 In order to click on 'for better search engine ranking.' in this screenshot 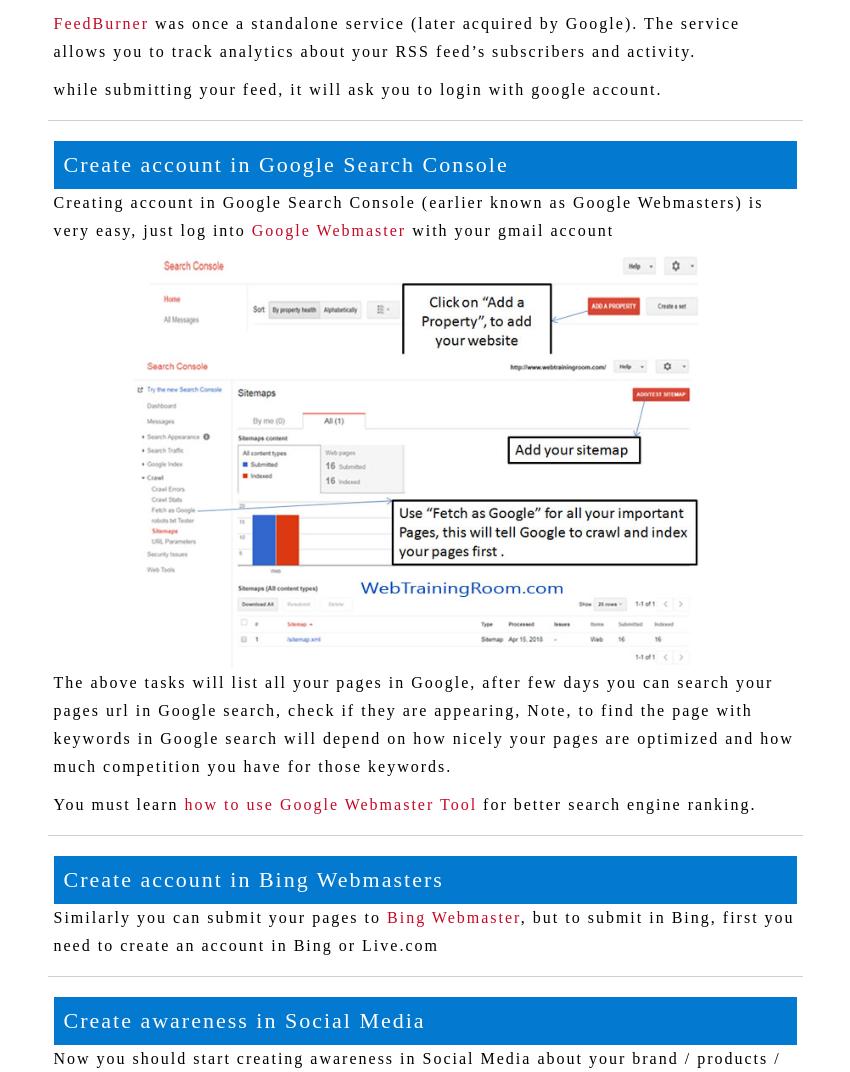, I will do `click(615, 804)`.